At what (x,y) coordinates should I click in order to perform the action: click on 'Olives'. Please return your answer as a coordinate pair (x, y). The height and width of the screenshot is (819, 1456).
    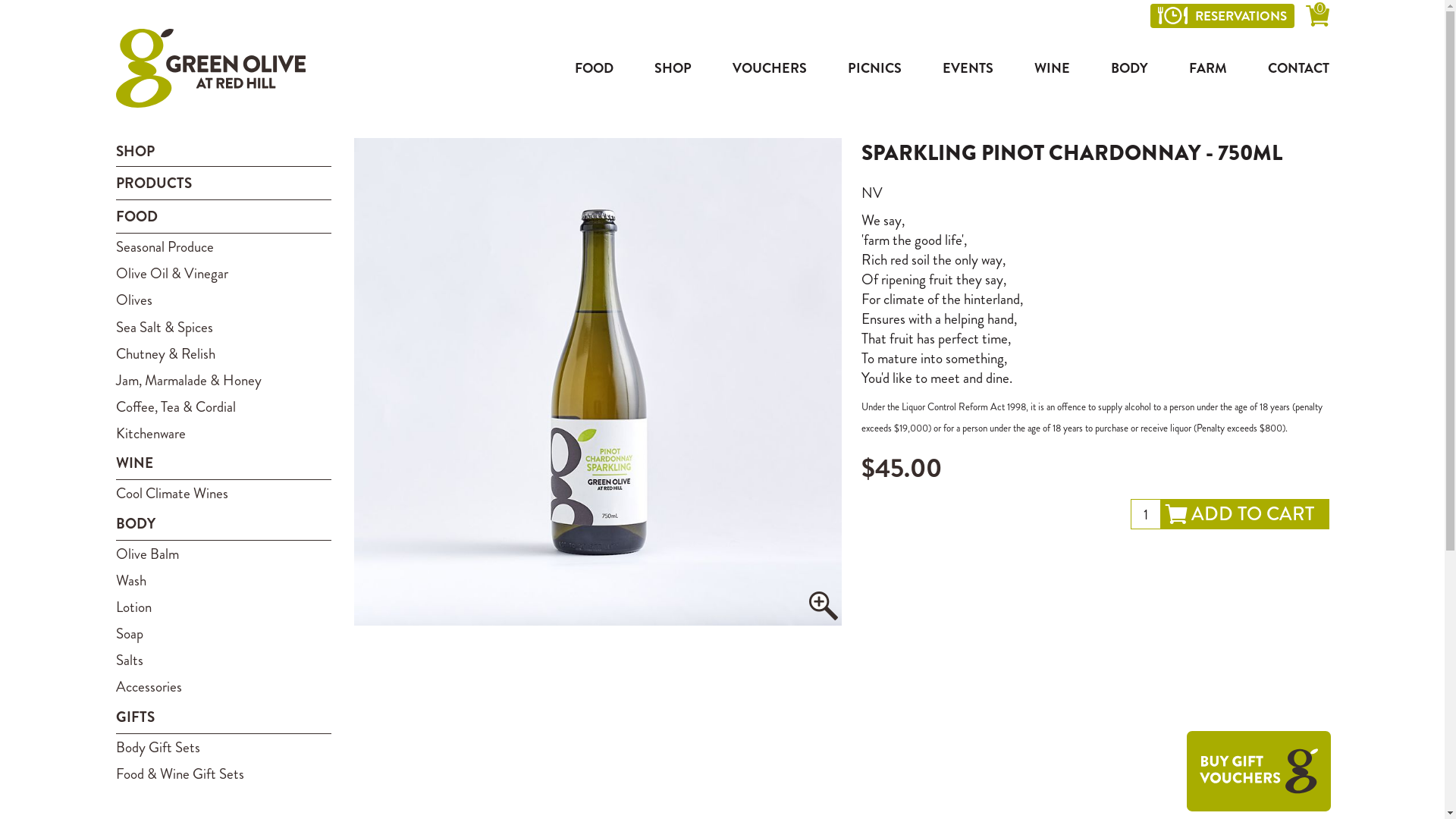
    Looking at the image, I should click on (222, 300).